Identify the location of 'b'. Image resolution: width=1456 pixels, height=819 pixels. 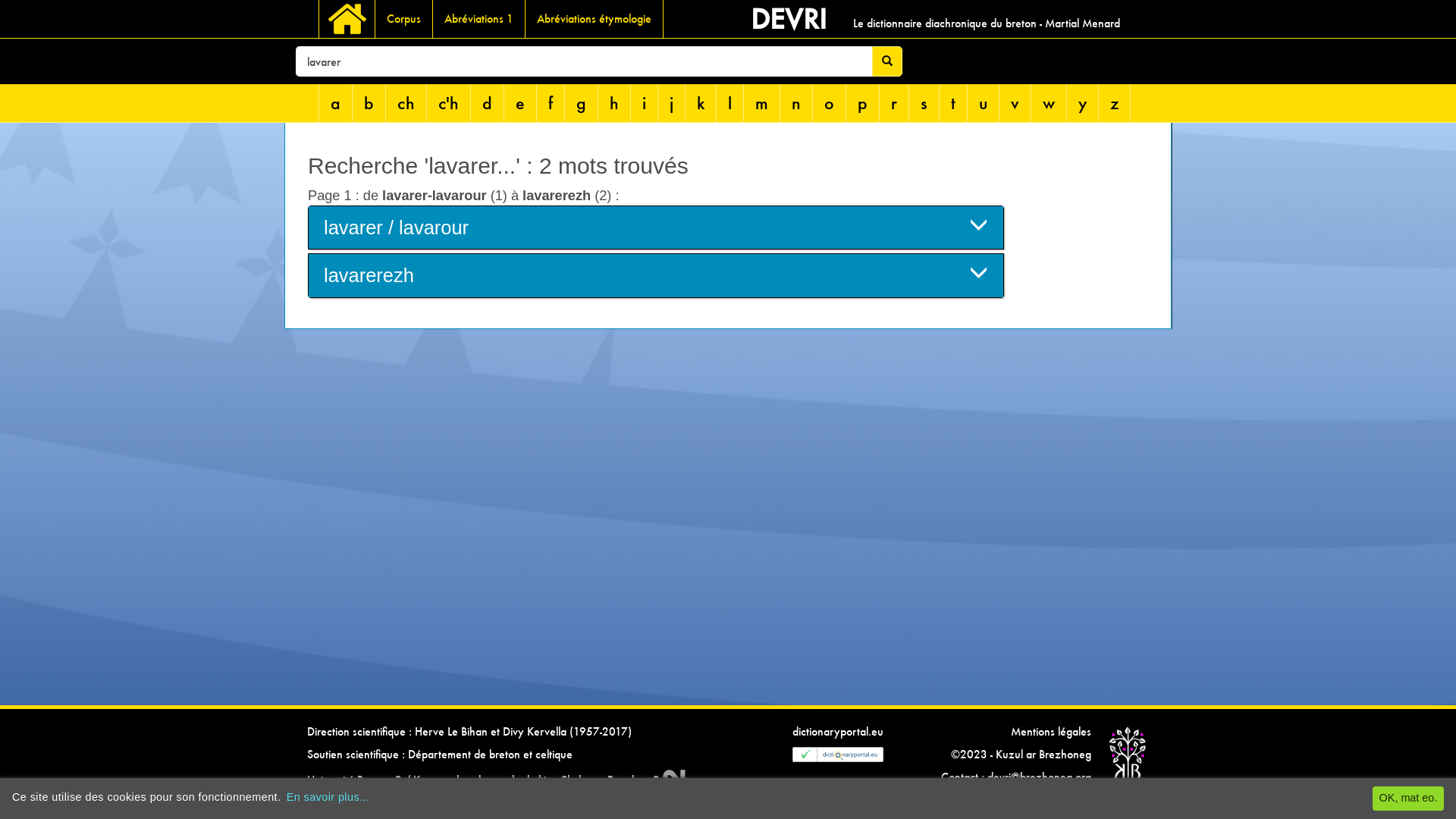
(369, 102).